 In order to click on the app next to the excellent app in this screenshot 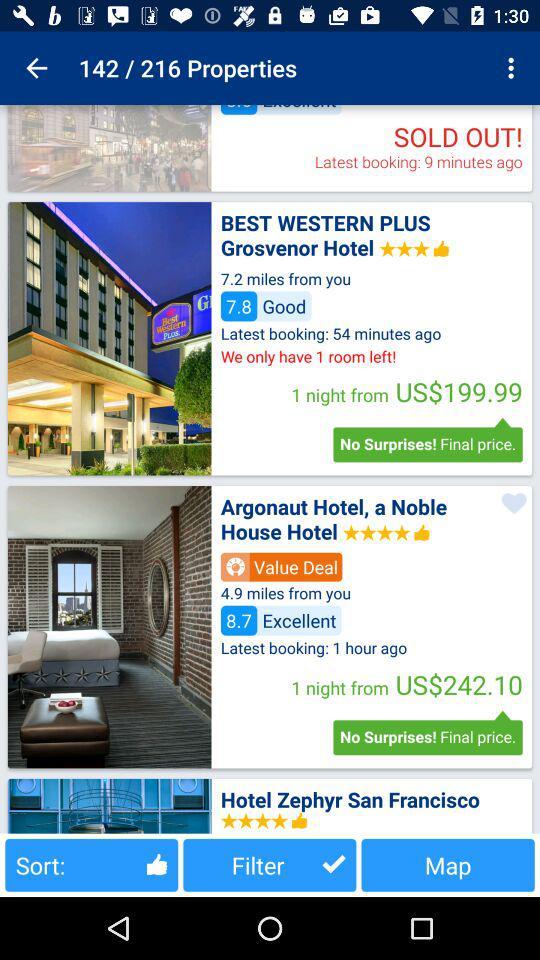, I will do `click(513, 68)`.